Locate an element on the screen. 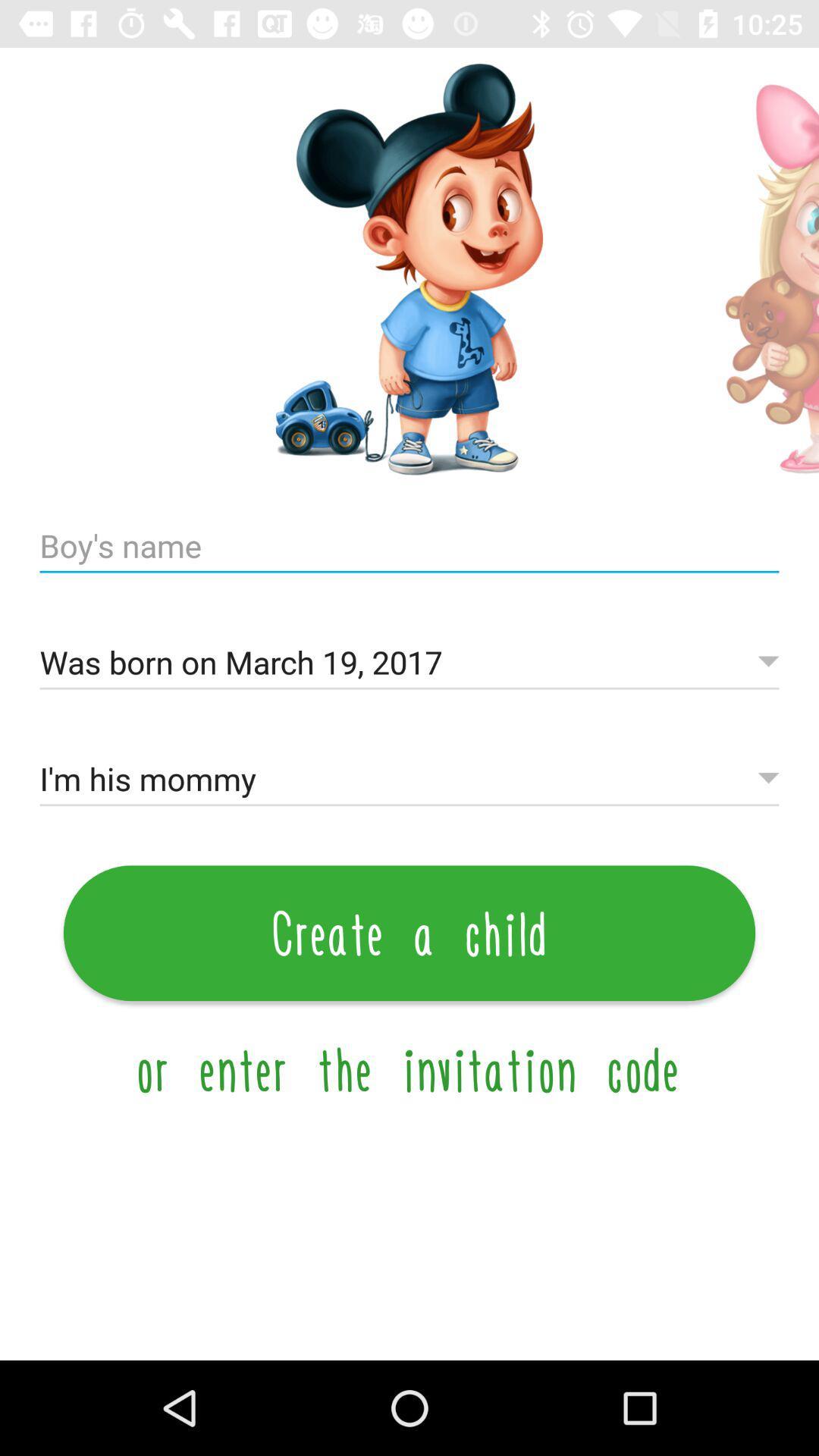  the was born on is located at coordinates (409, 663).